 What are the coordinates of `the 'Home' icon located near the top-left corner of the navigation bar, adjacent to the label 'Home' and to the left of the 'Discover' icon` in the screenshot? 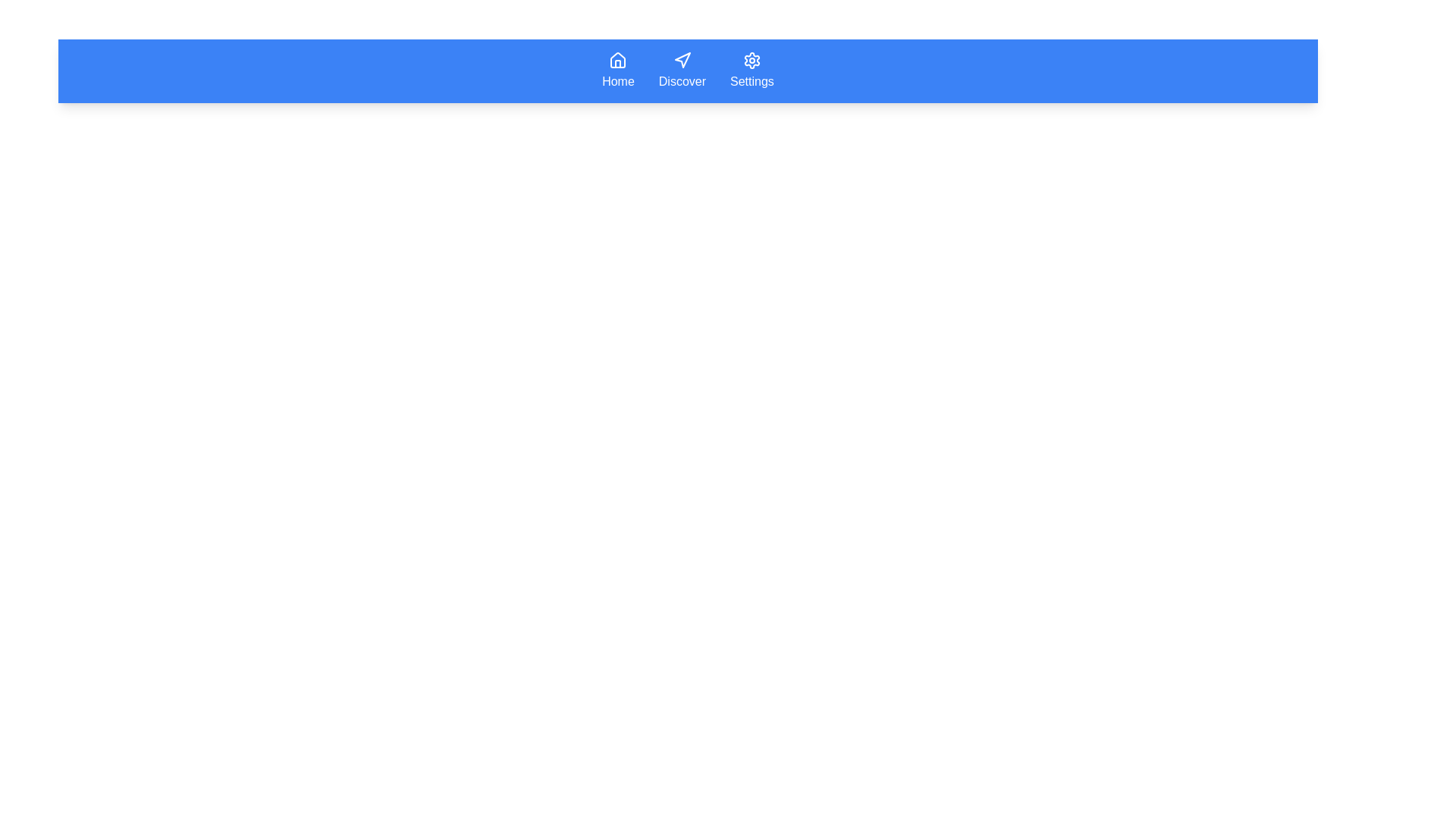 It's located at (618, 59).